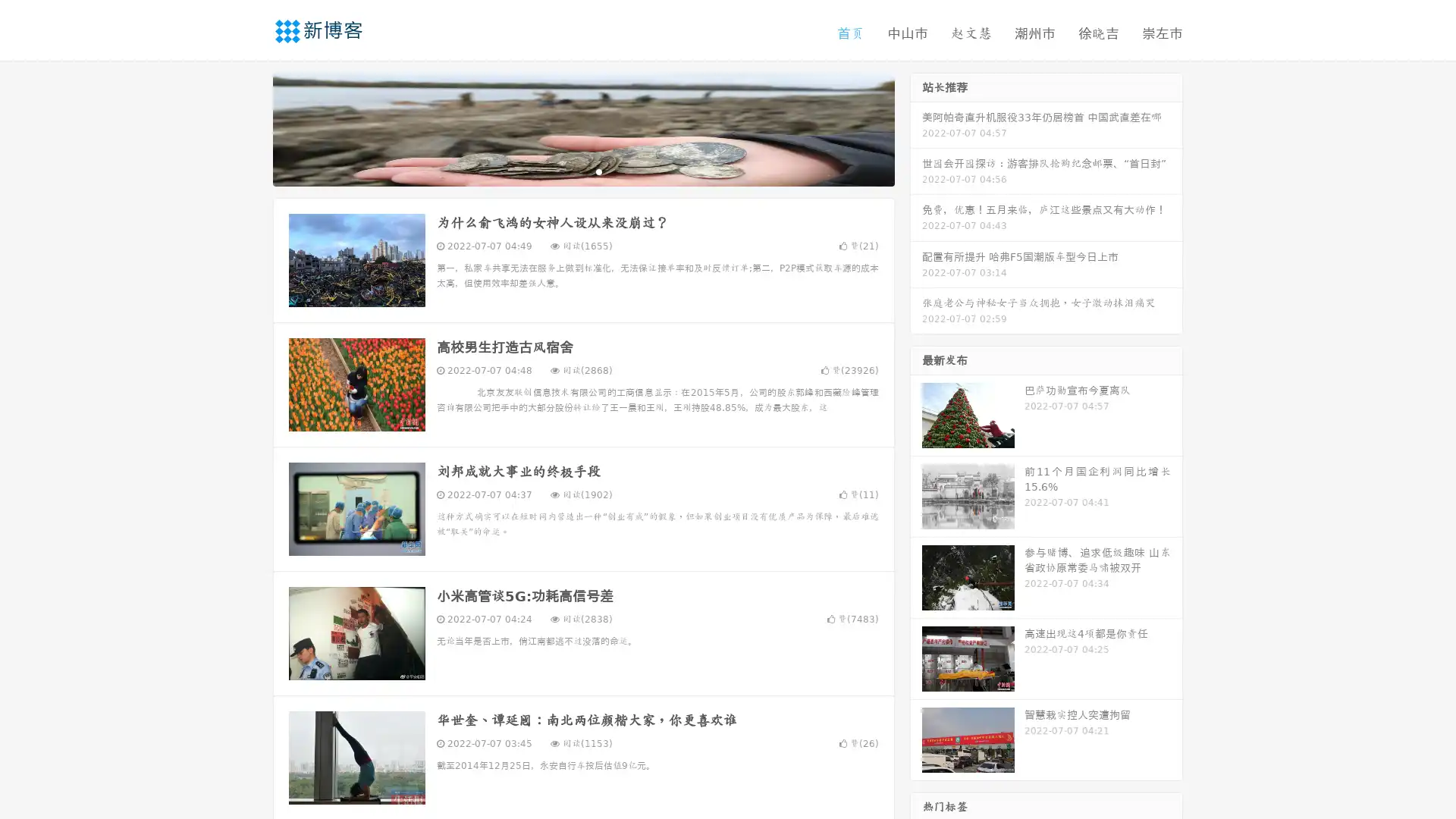 This screenshot has width=1456, height=819. I want to click on Go to slide 3, so click(598, 171).